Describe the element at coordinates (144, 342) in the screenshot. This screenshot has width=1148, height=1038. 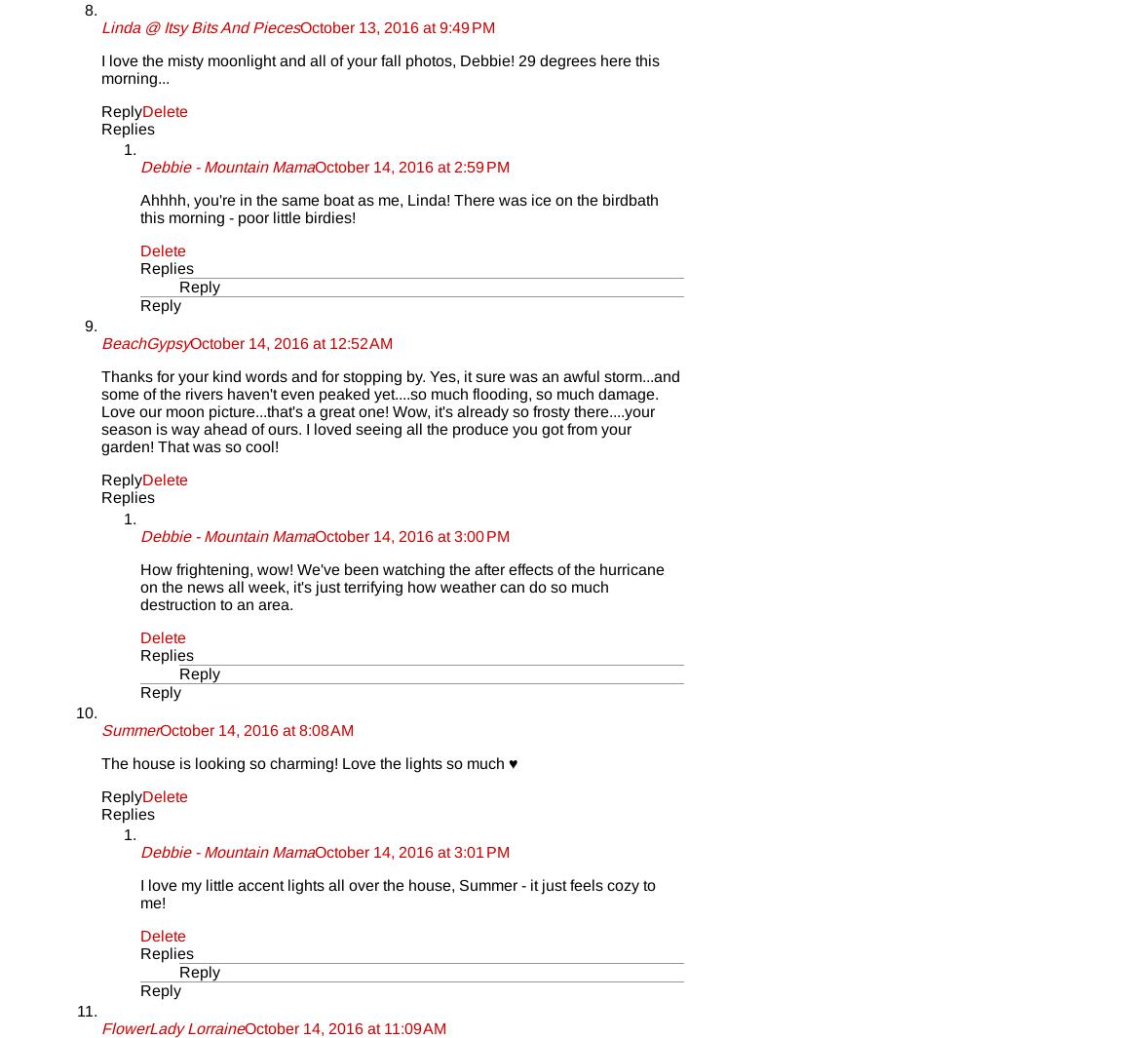
I see `'BeachGypsy'` at that location.